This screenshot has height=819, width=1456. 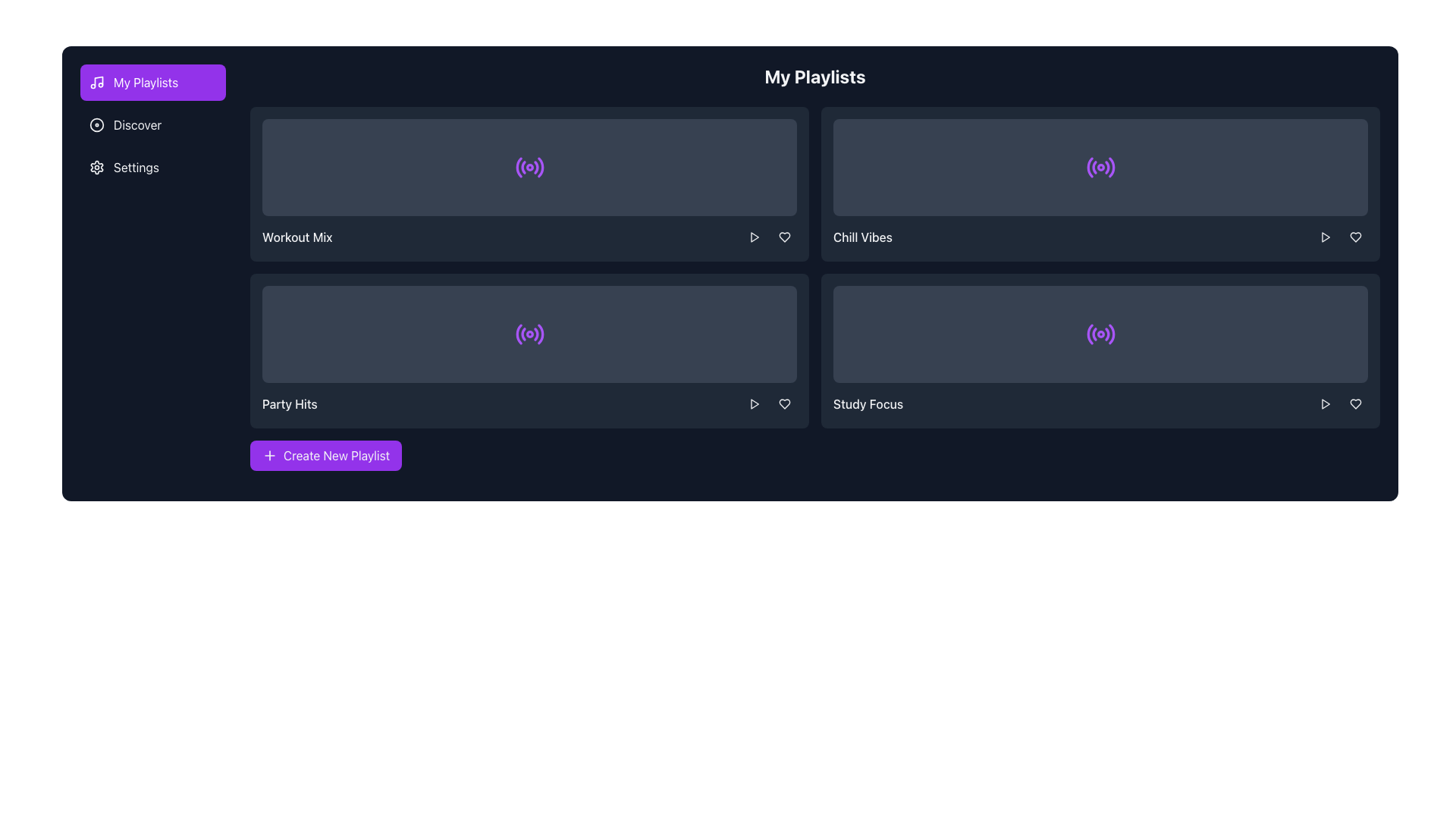 I want to click on the purple circular icon with a central dot and concentric arcs, located in the bottom-right 'Study Focus' tile of the playlist grid, so click(x=1100, y=333).